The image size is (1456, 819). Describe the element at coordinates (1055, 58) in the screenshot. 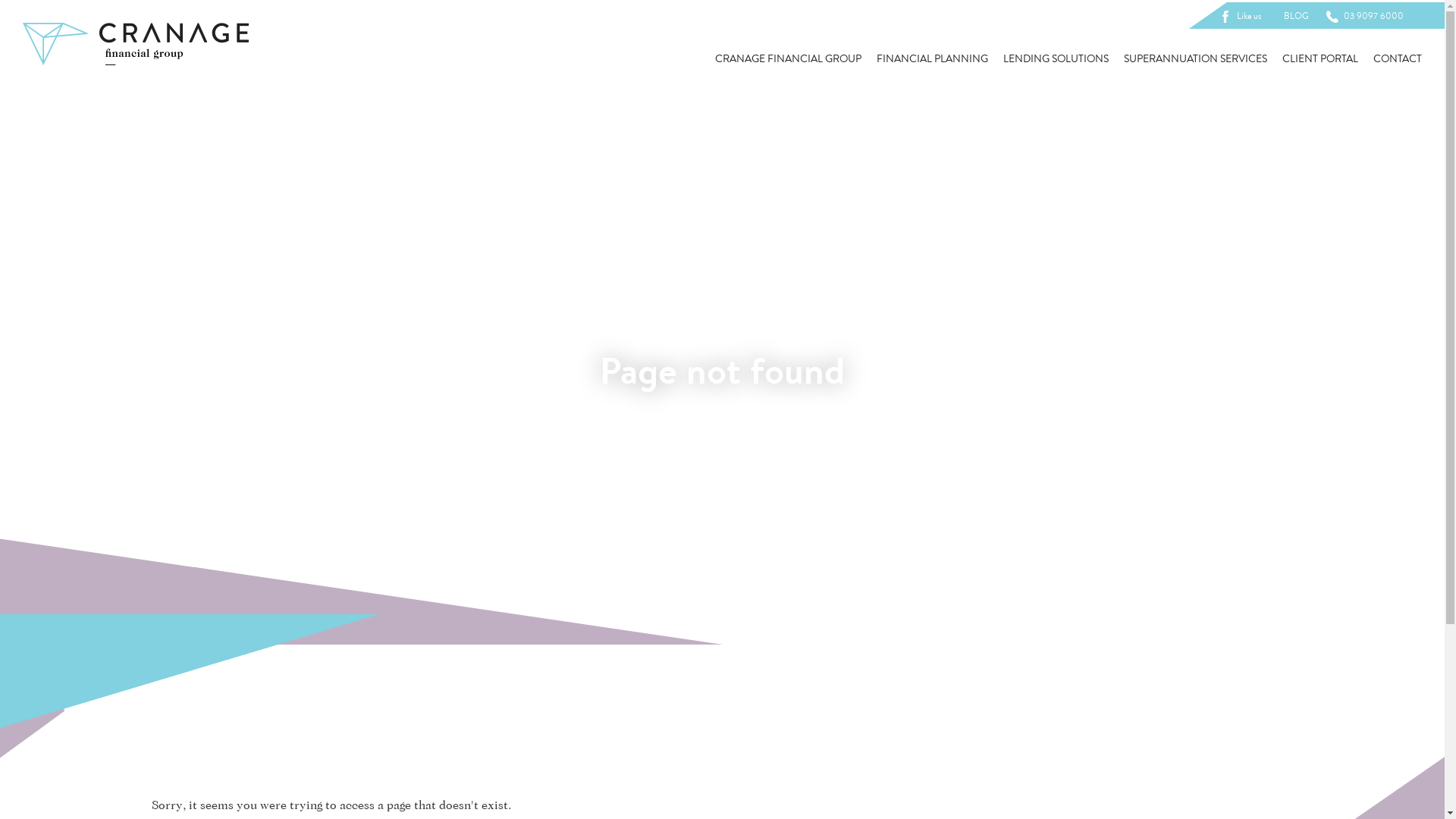

I see `'LENDING SOLUTIONS'` at that location.